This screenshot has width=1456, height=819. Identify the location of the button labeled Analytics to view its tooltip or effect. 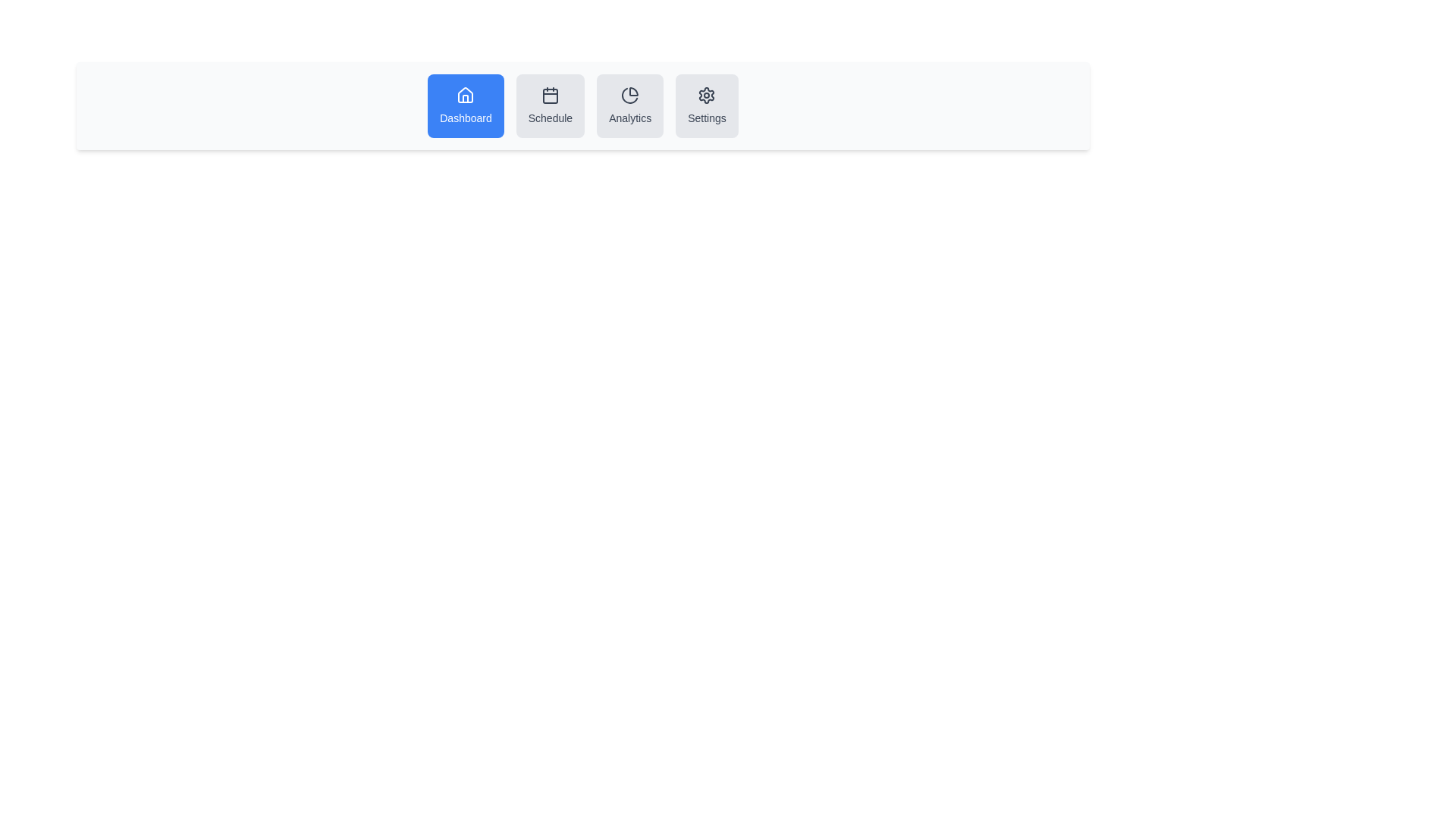
(629, 105).